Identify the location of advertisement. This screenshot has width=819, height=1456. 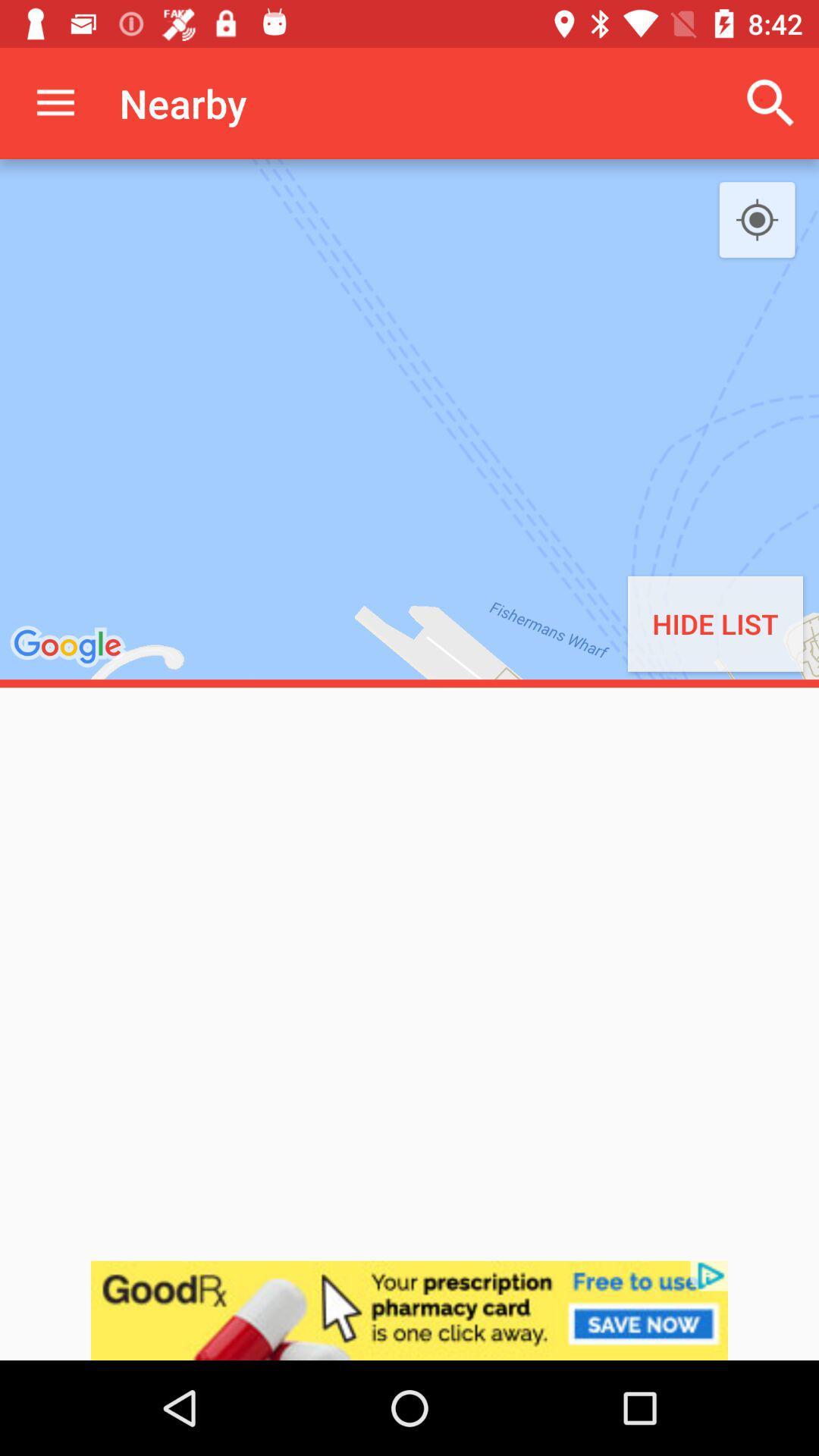
(409, 1310).